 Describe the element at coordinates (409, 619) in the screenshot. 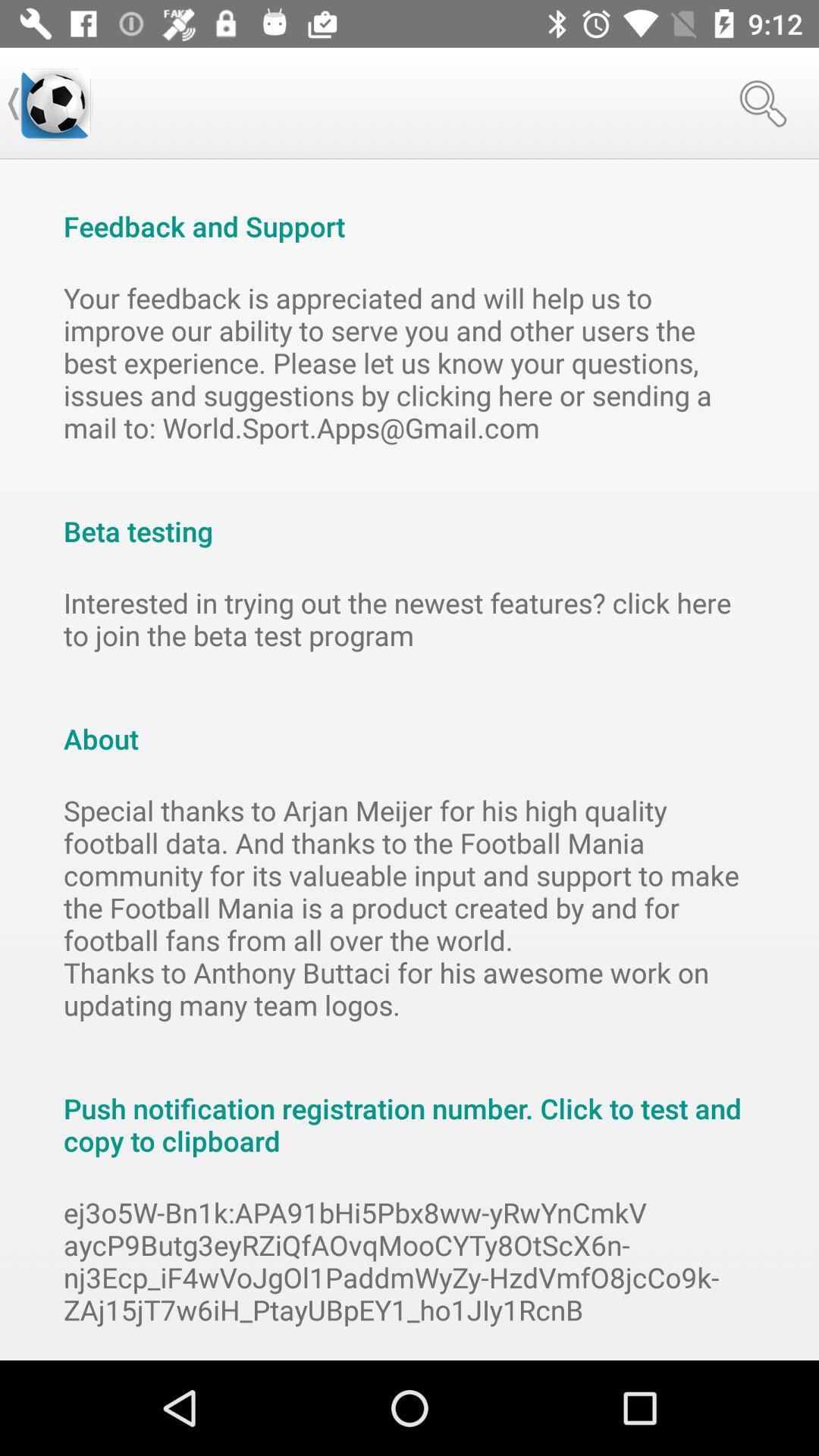

I see `interested in trying` at that location.